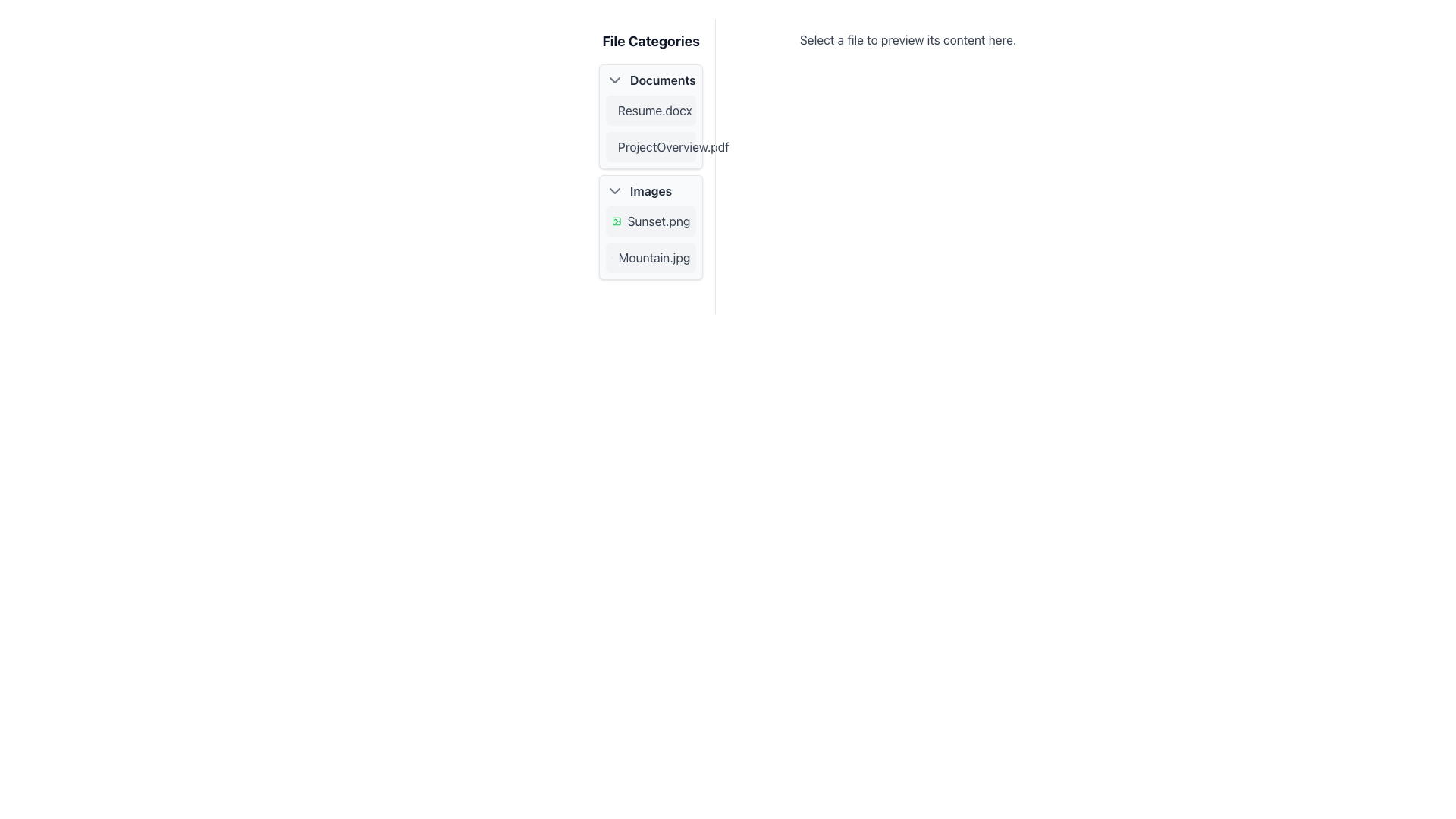  I want to click on the icon representing the 'Sunset.png' file located to the left of the text 'Sunset.png' in the 'Images' category, so click(617, 221).